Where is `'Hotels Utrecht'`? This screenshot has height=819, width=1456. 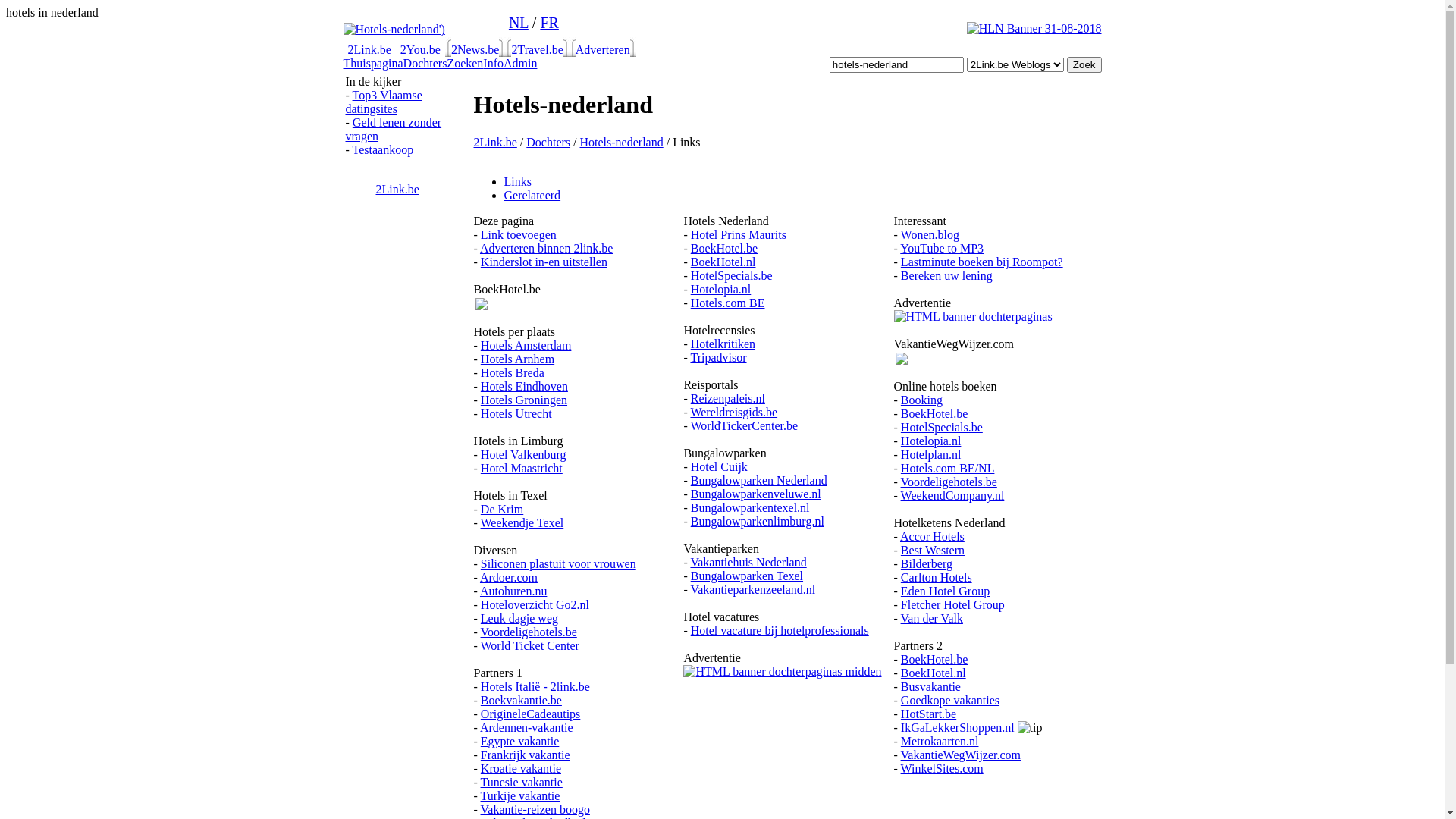 'Hotels Utrecht' is located at coordinates (516, 413).